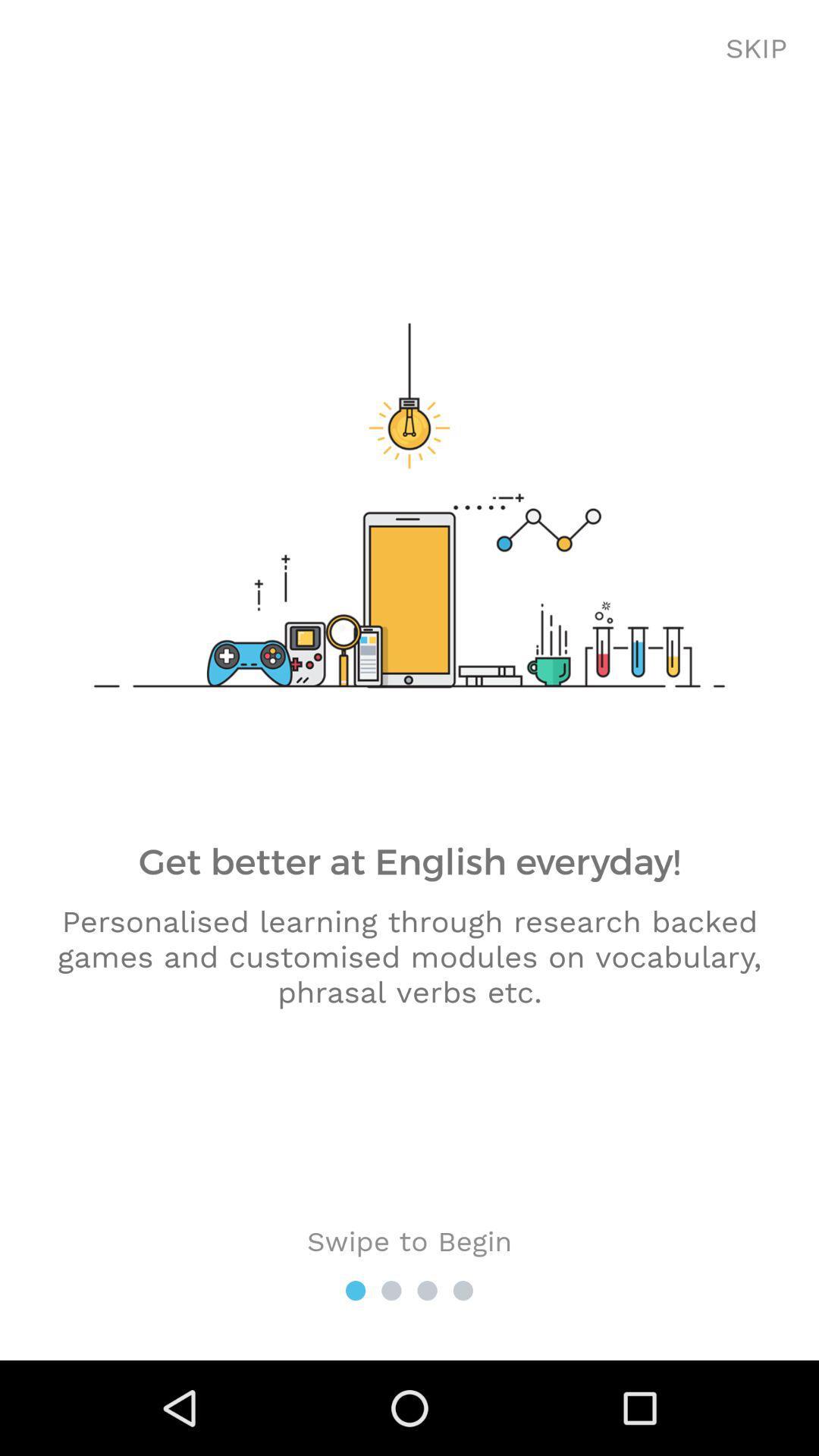 This screenshot has width=819, height=1456. What do you see at coordinates (756, 49) in the screenshot?
I see `skip` at bounding box center [756, 49].